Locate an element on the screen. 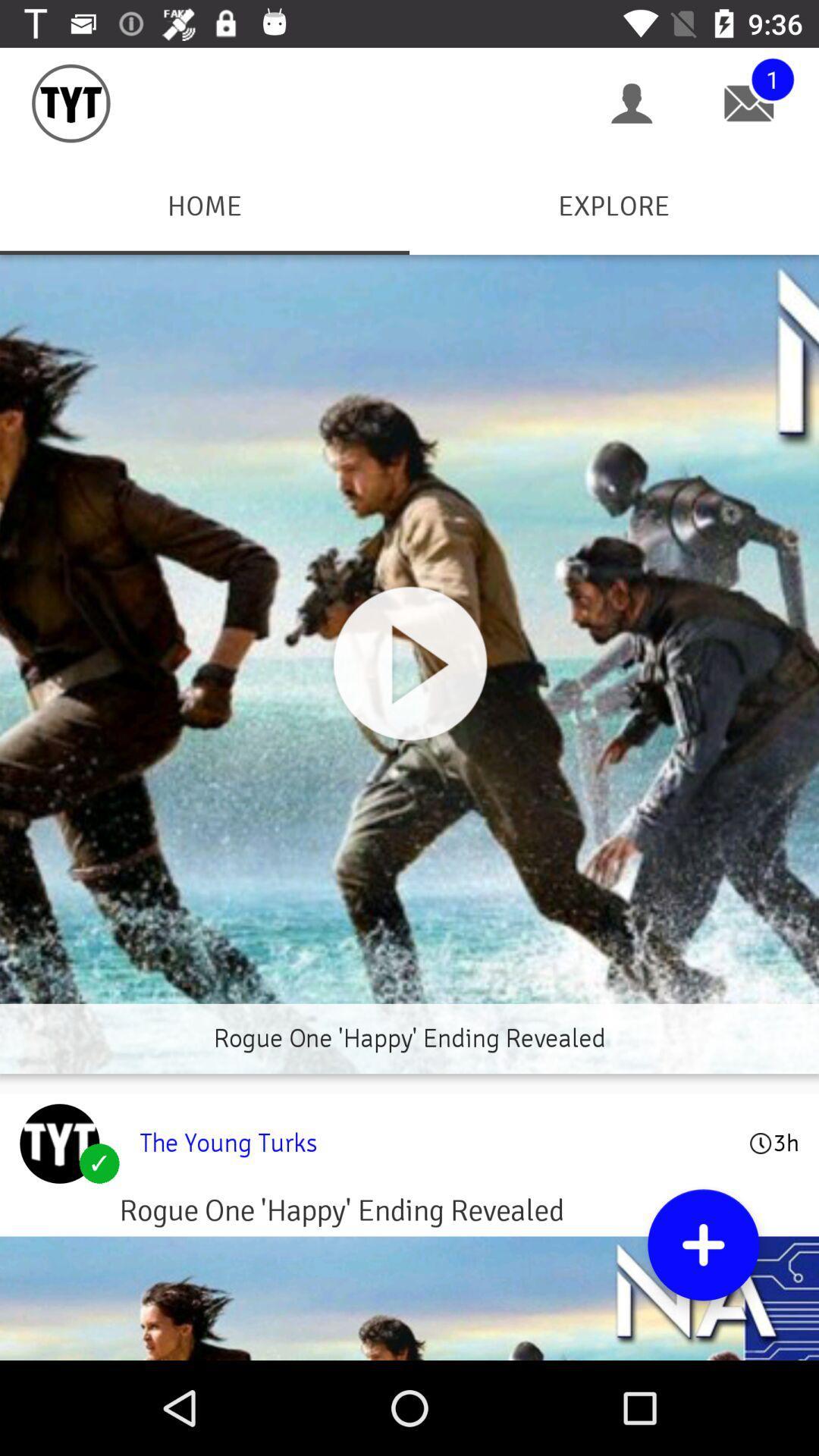  the young turks item is located at coordinates (435, 1143).